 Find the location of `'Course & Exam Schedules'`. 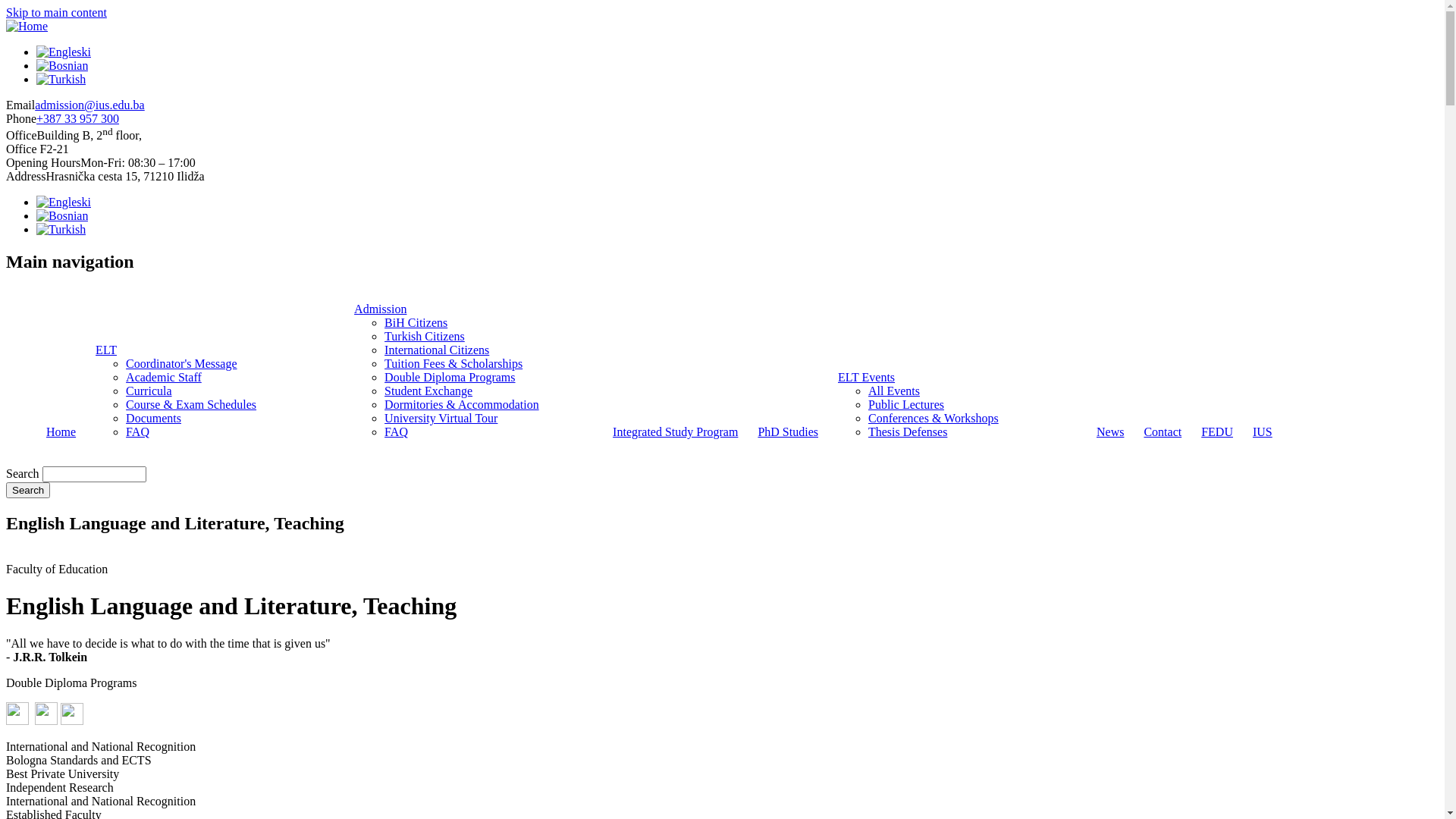

'Course & Exam Schedules' is located at coordinates (190, 403).